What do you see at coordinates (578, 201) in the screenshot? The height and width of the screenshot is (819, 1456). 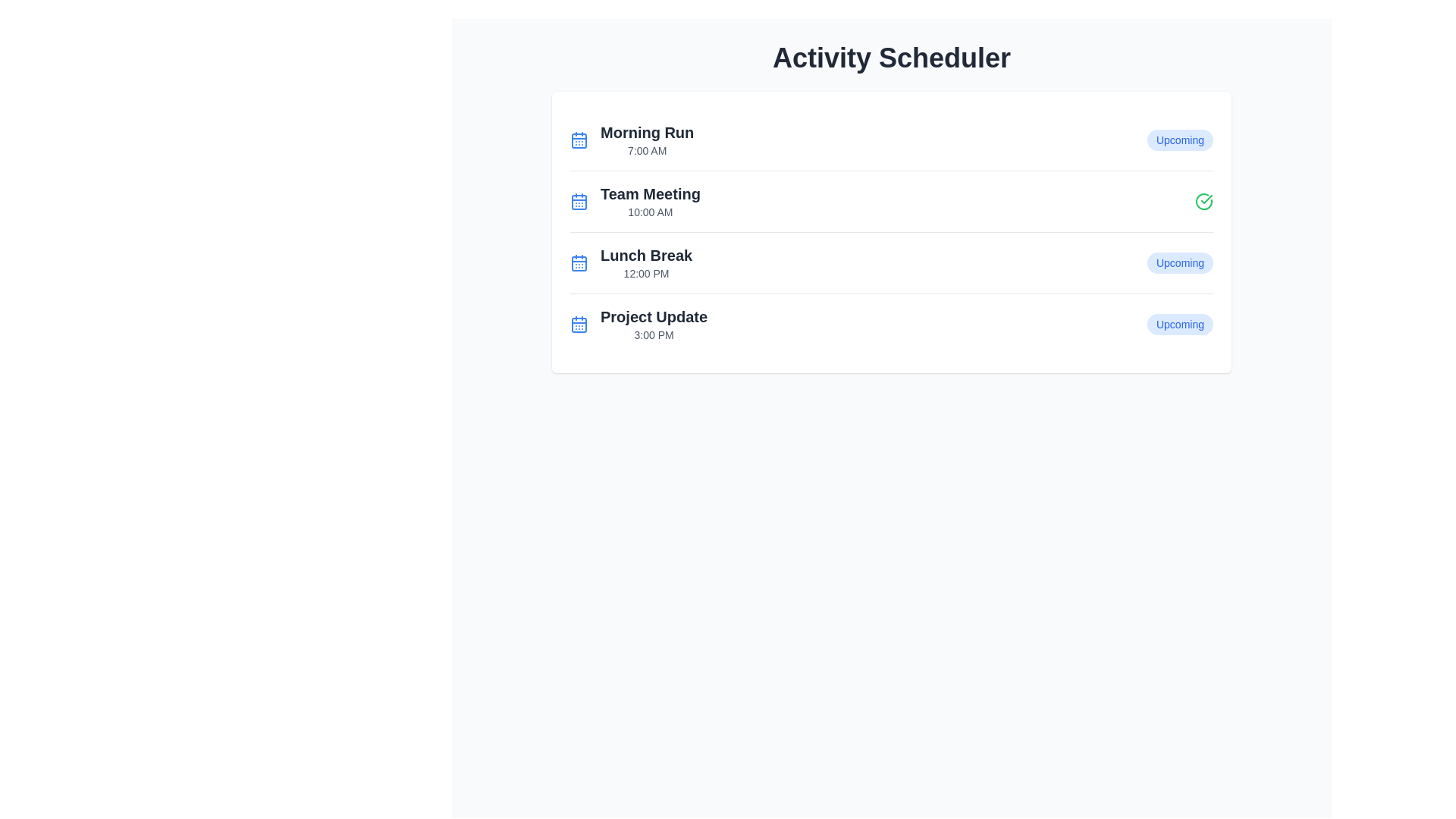 I see `the blue and white calendar icon located at the leftmost side of the 'Team Meeting' item in the activity schedule, which is at 10:00 AM` at bounding box center [578, 201].